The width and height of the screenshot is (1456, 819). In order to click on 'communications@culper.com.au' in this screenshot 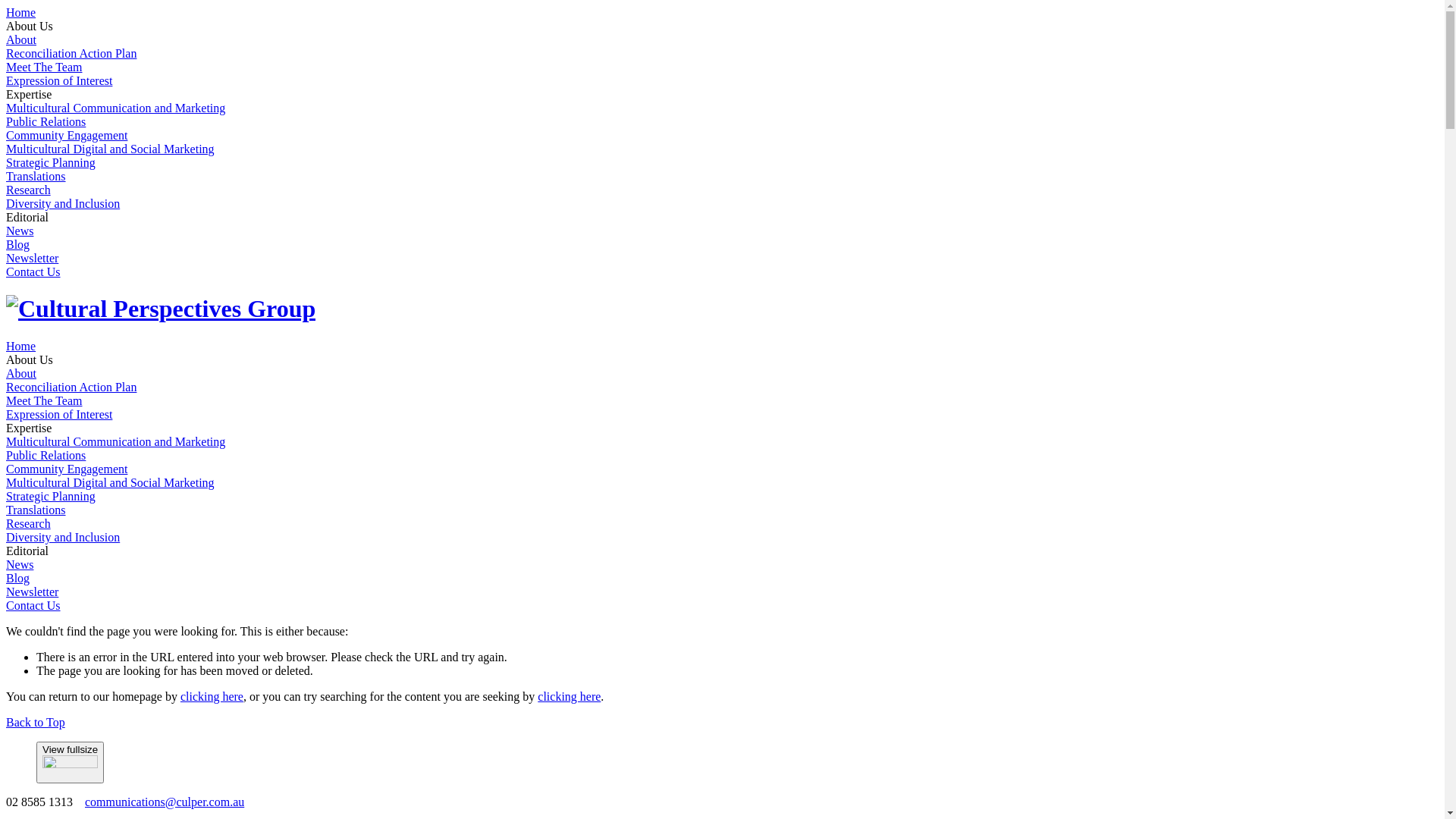, I will do `click(164, 801)`.